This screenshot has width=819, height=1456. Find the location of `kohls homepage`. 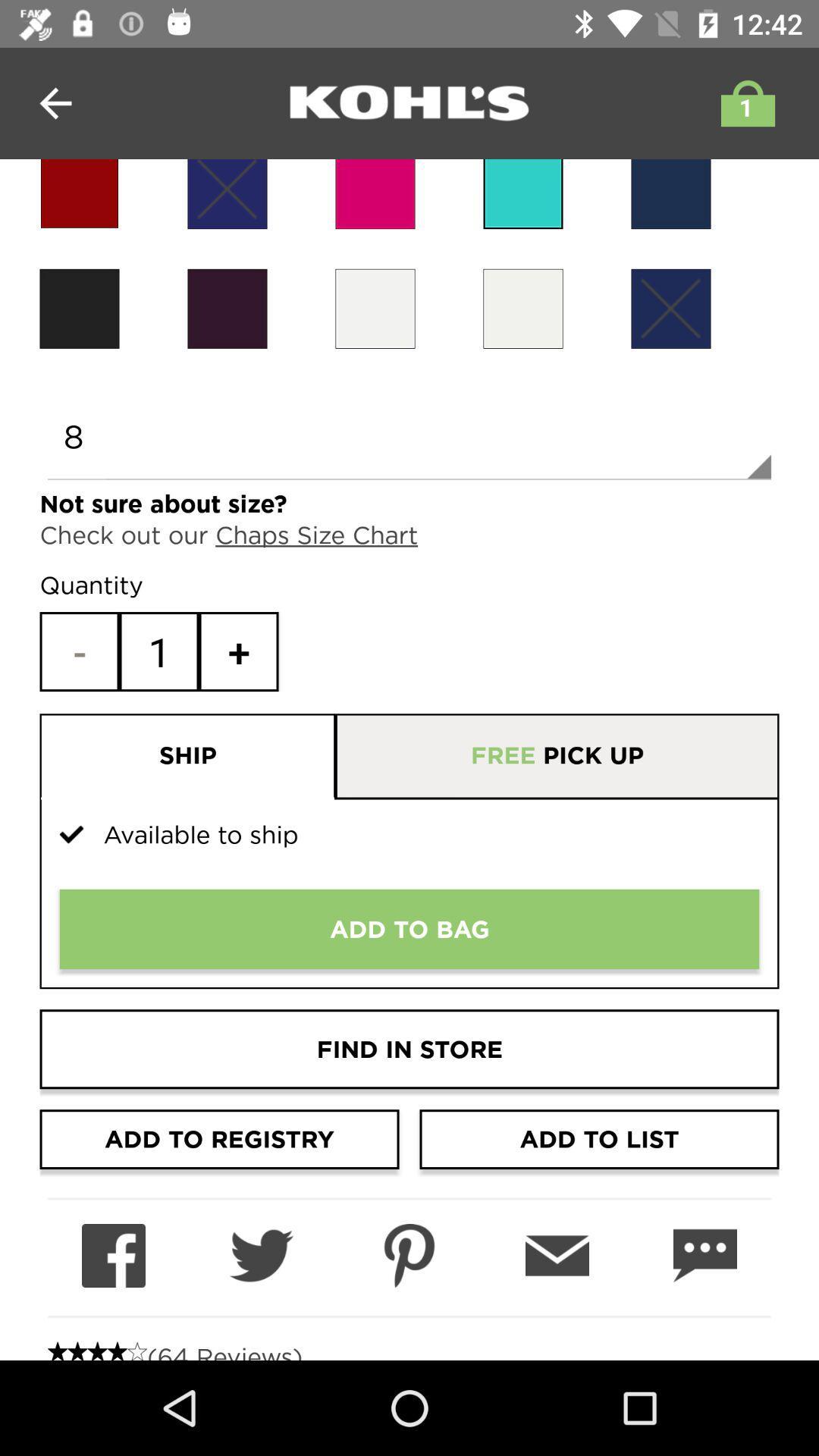

kohls homepage is located at coordinates (409, 102).